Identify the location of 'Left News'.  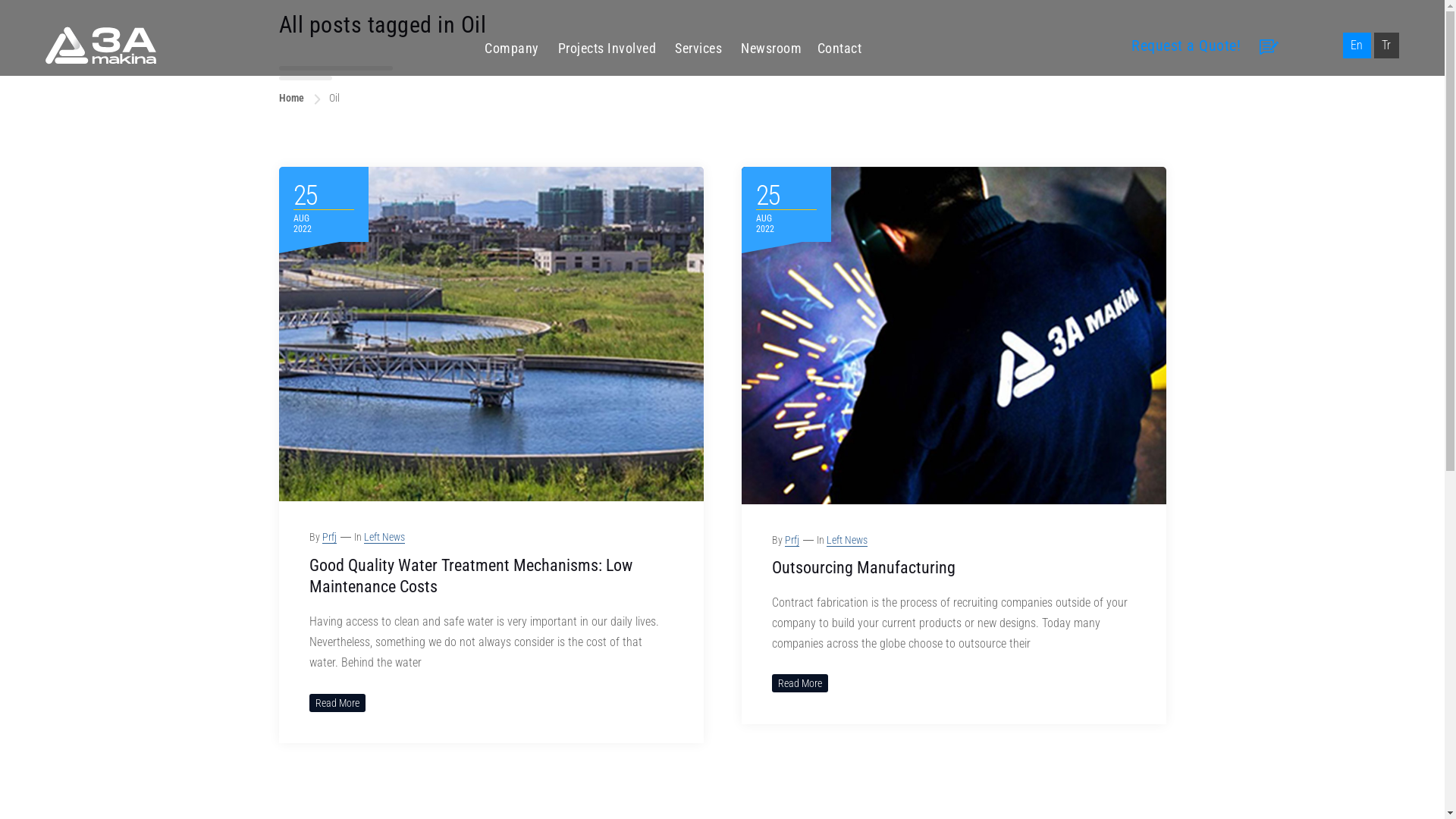
(846, 539).